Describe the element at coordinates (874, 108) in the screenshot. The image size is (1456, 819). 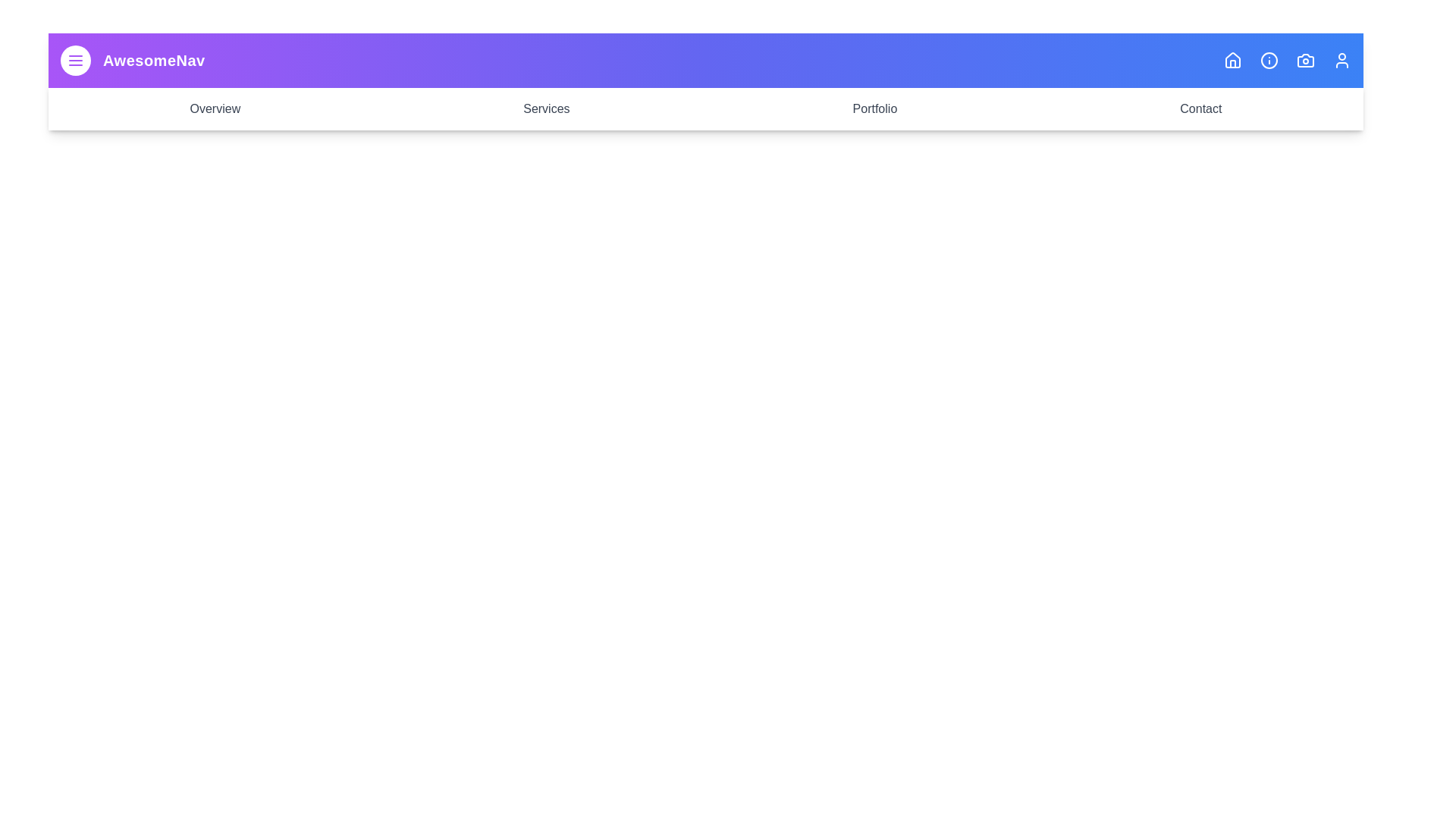
I see `the navigation link labeled Portfolio to navigate to the respective section` at that location.